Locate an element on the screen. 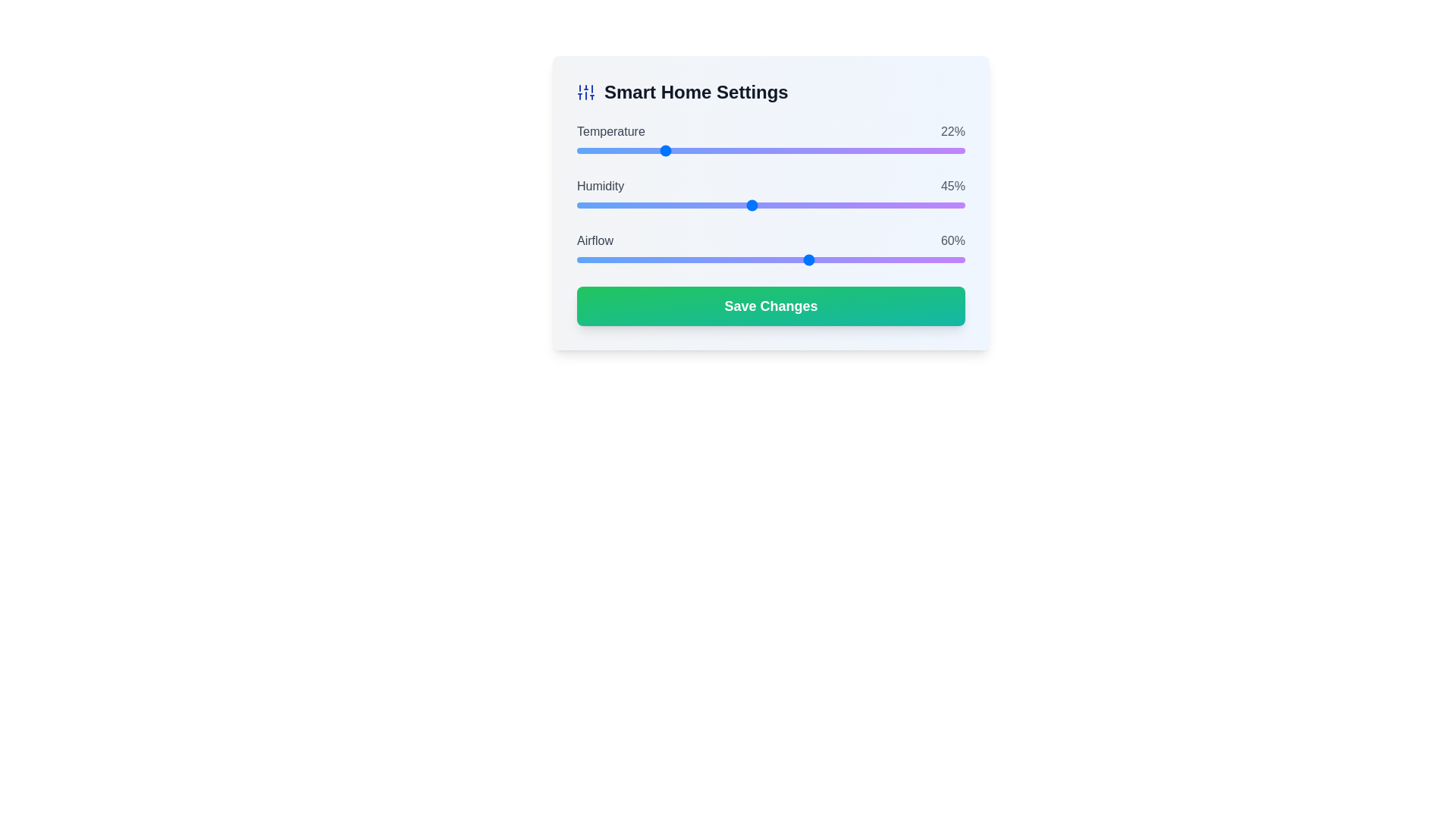 The height and width of the screenshot is (819, 1456). the airflow is located at coordinates (607, 259).